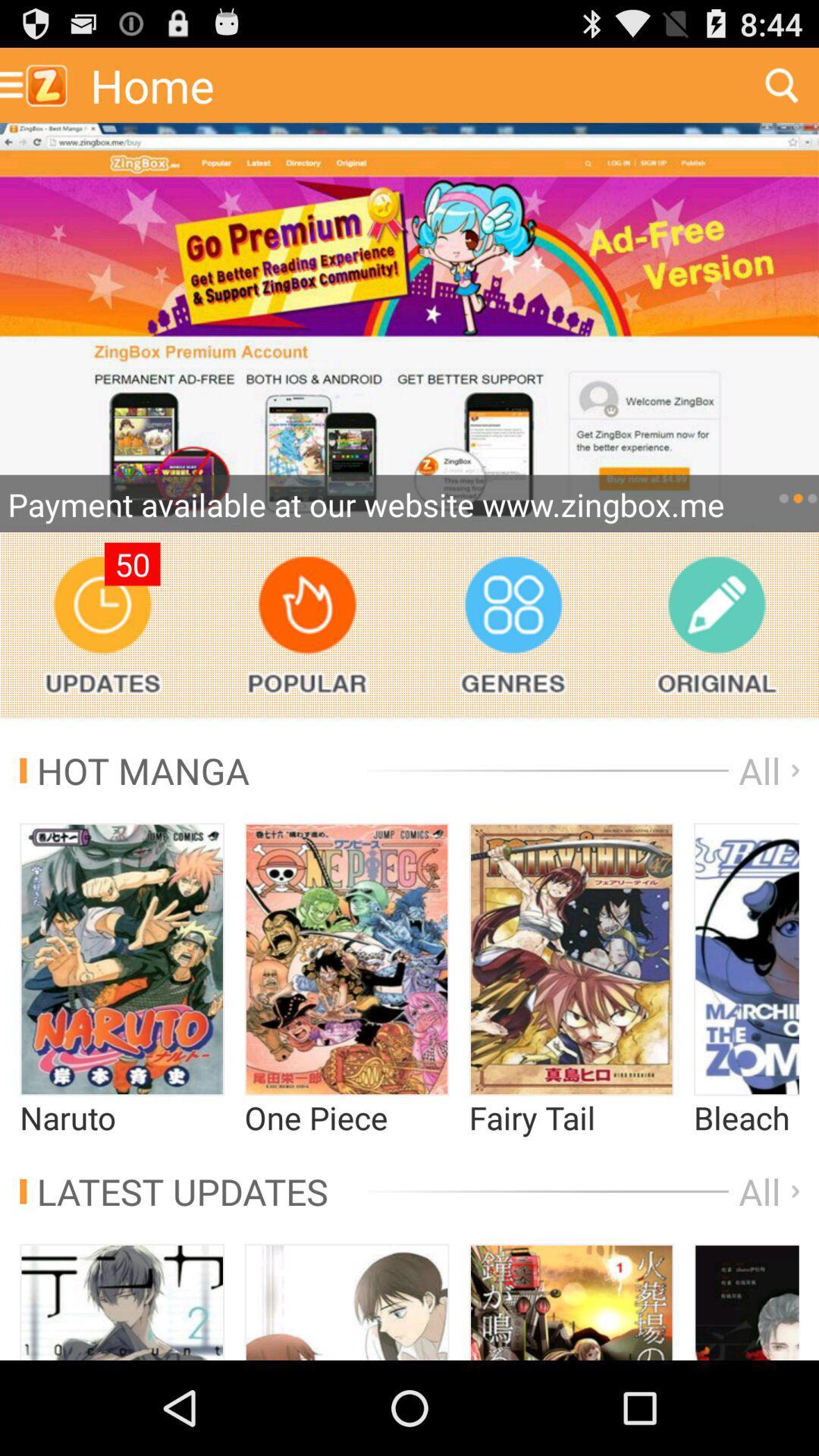  Describe the element at coordinates (121, 959) in the screenshot. I see `open manga option` at that location.